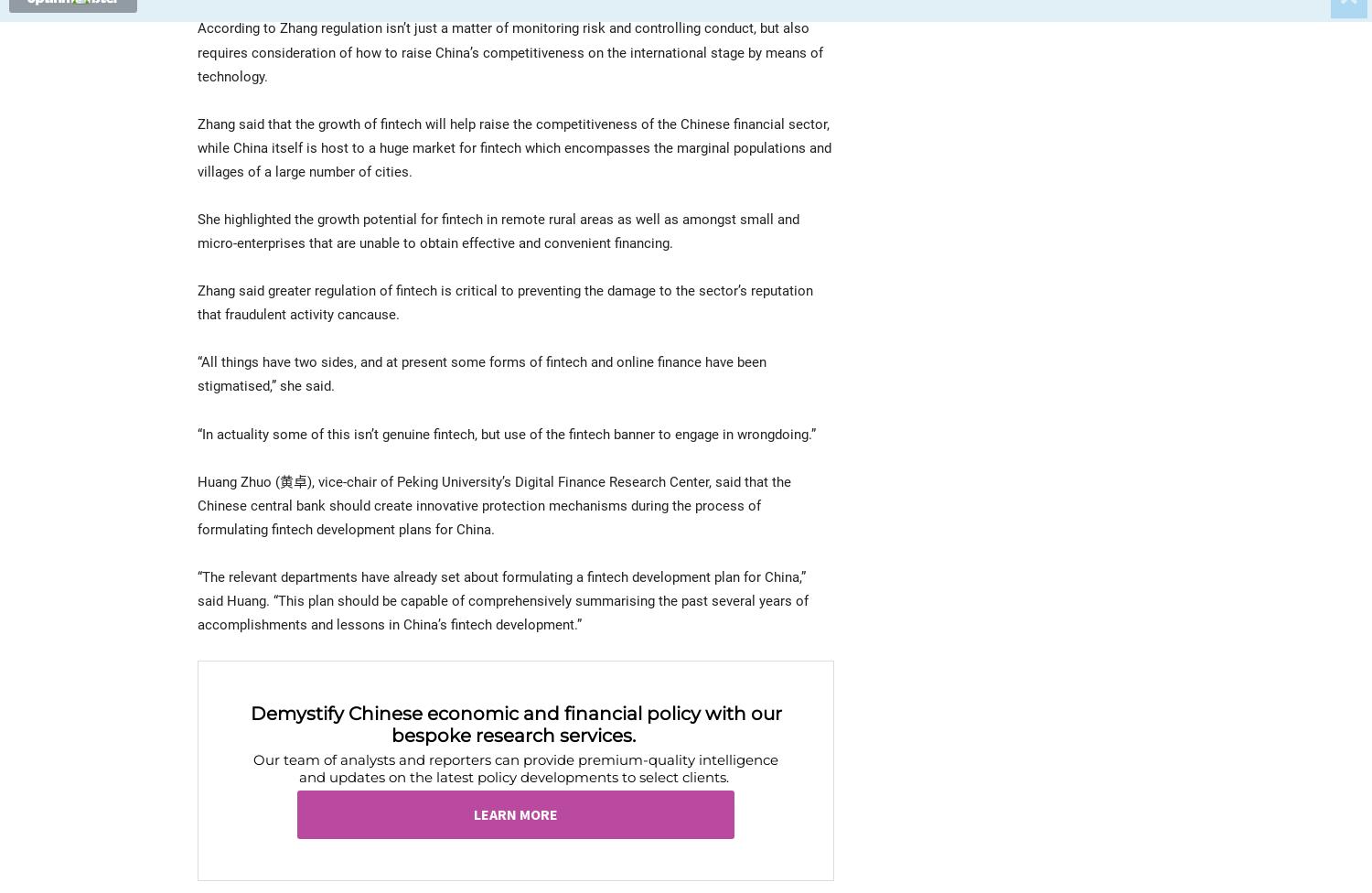  What do you see at coordinates (510, 51) in the screenshot?
I see `'According to Zhang regulation isn’t just a matter of monitoring risk and controlling conduct, but also requires consideration of how to raise China’s competitiveness on the international stage by means of technology.'` at bounding box center [510, 51].